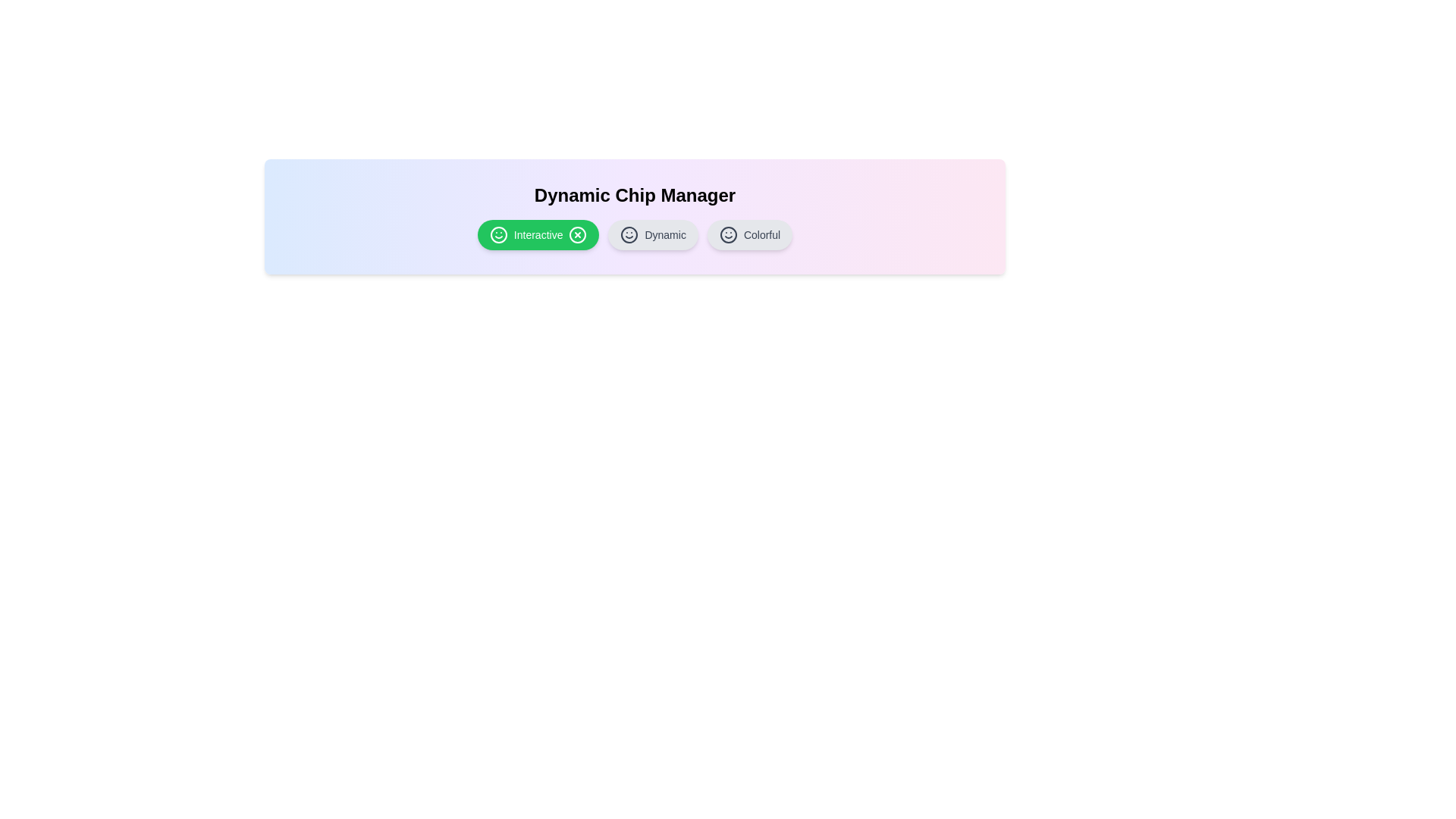 The width and height of the screenshot is (1456, 819). I want to click on the icon within the chip labeled 'Interactive', so click(498, 234).